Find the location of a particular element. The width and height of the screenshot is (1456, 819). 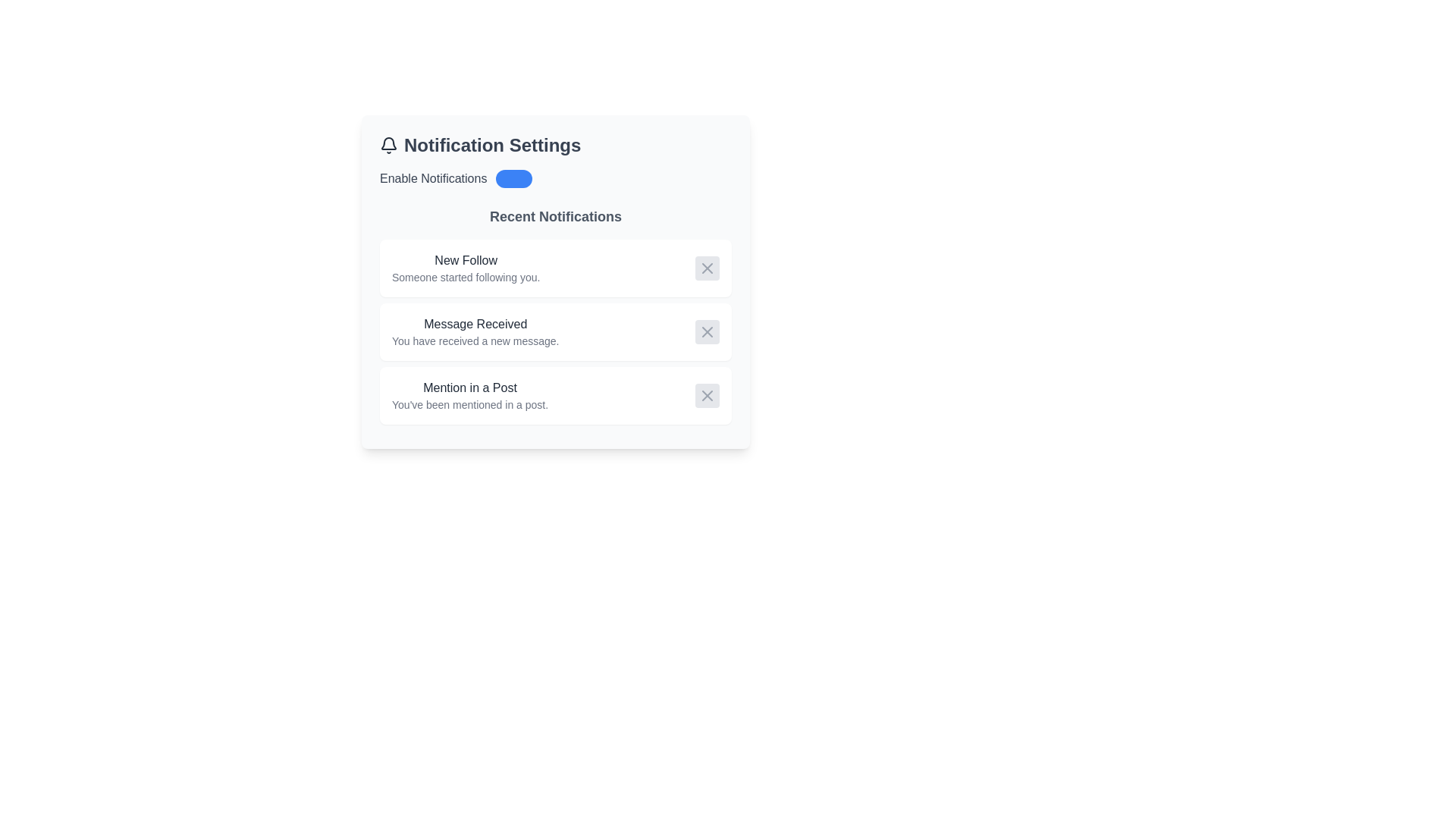

the current state of the Toggle switch for notifications, which is located below the 'Notification Settings' title and above the 'Recent Notifications' section is located at coordinates (555, 177).